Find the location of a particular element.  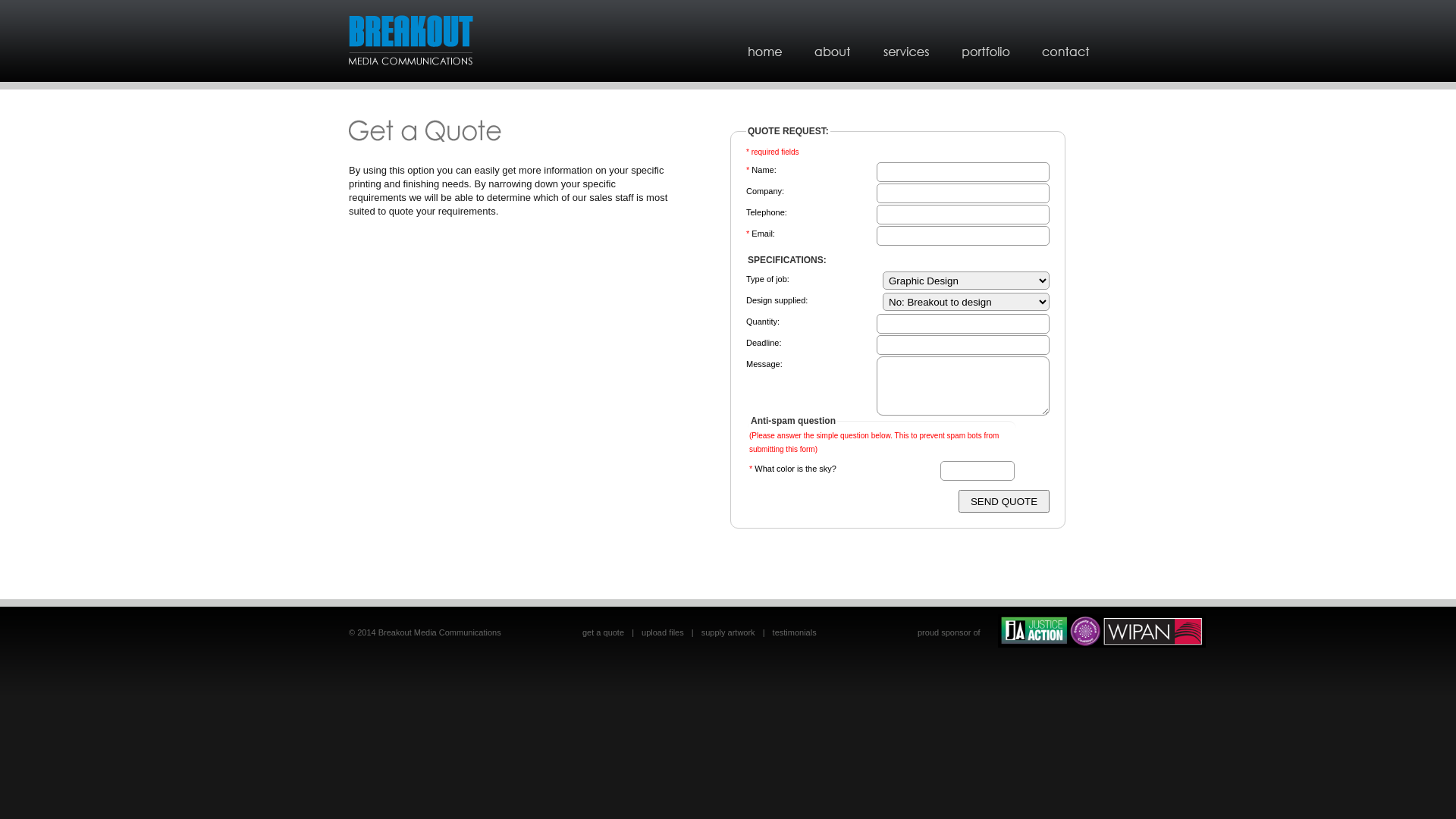

'supply artwork' is located at coordinates (728, 632).